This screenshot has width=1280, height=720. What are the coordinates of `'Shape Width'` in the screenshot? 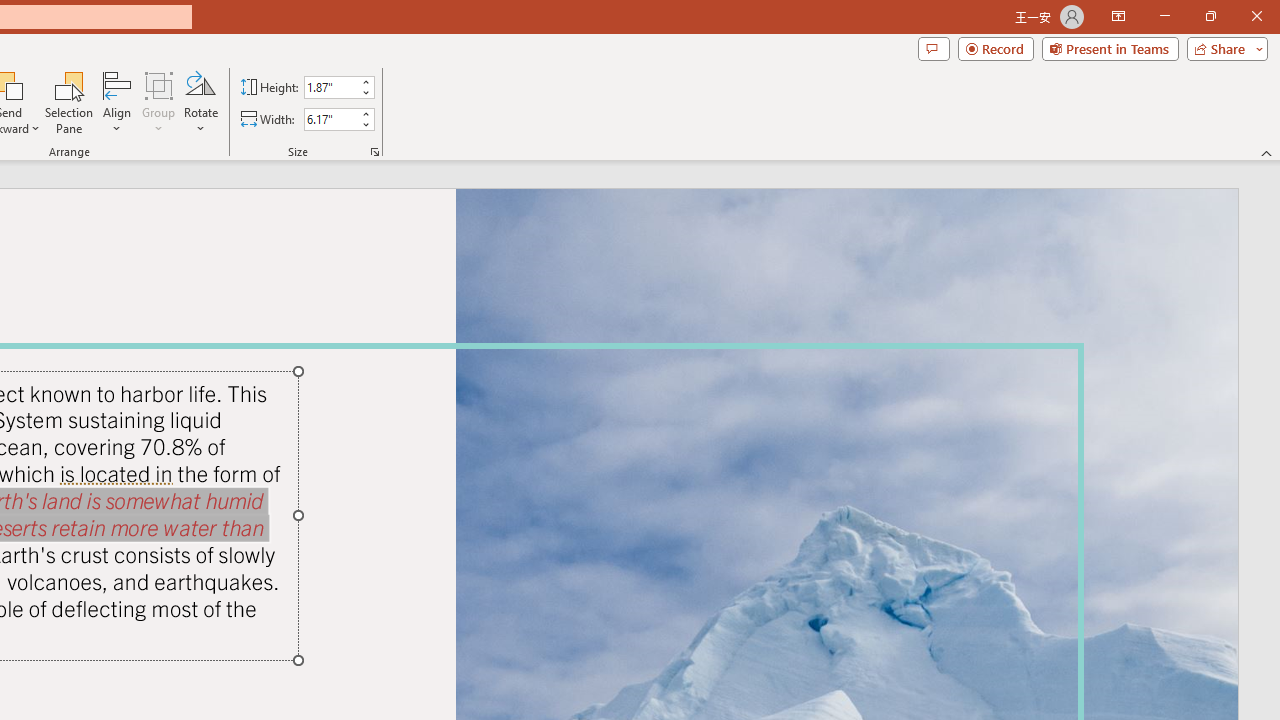 It's located at (330, 119).